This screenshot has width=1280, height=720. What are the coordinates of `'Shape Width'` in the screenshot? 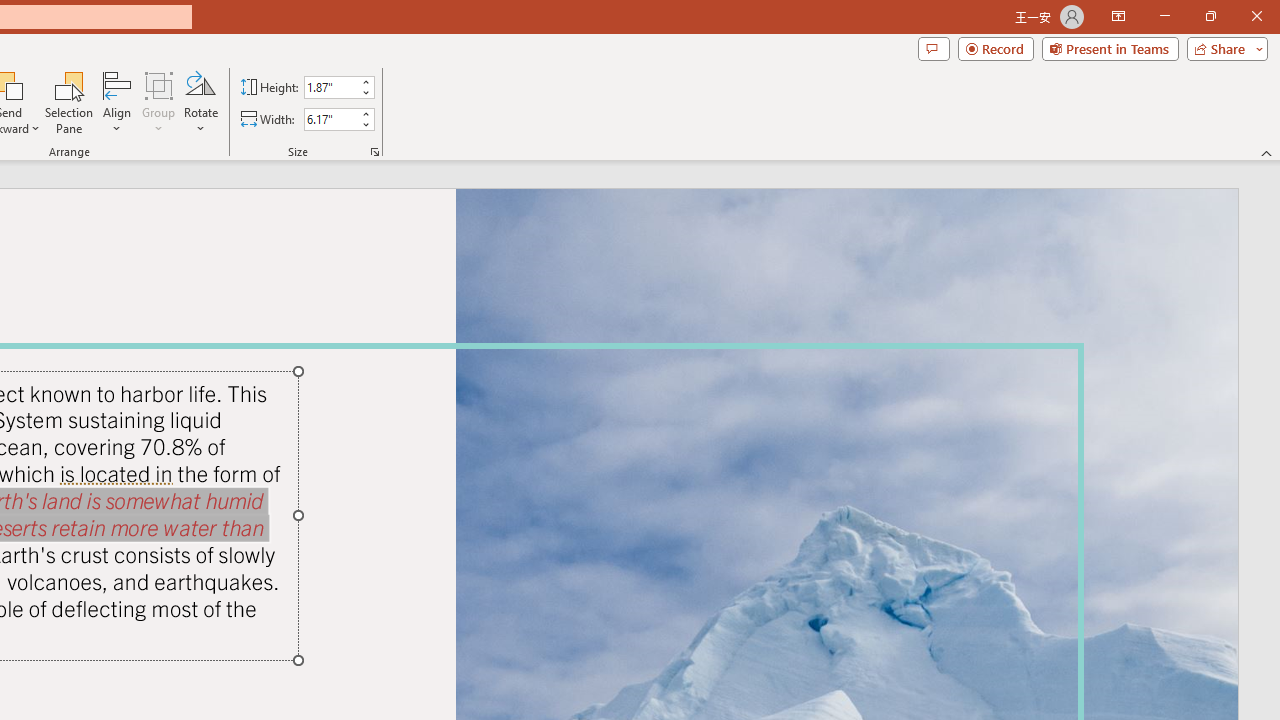 It's located at (330, 119).